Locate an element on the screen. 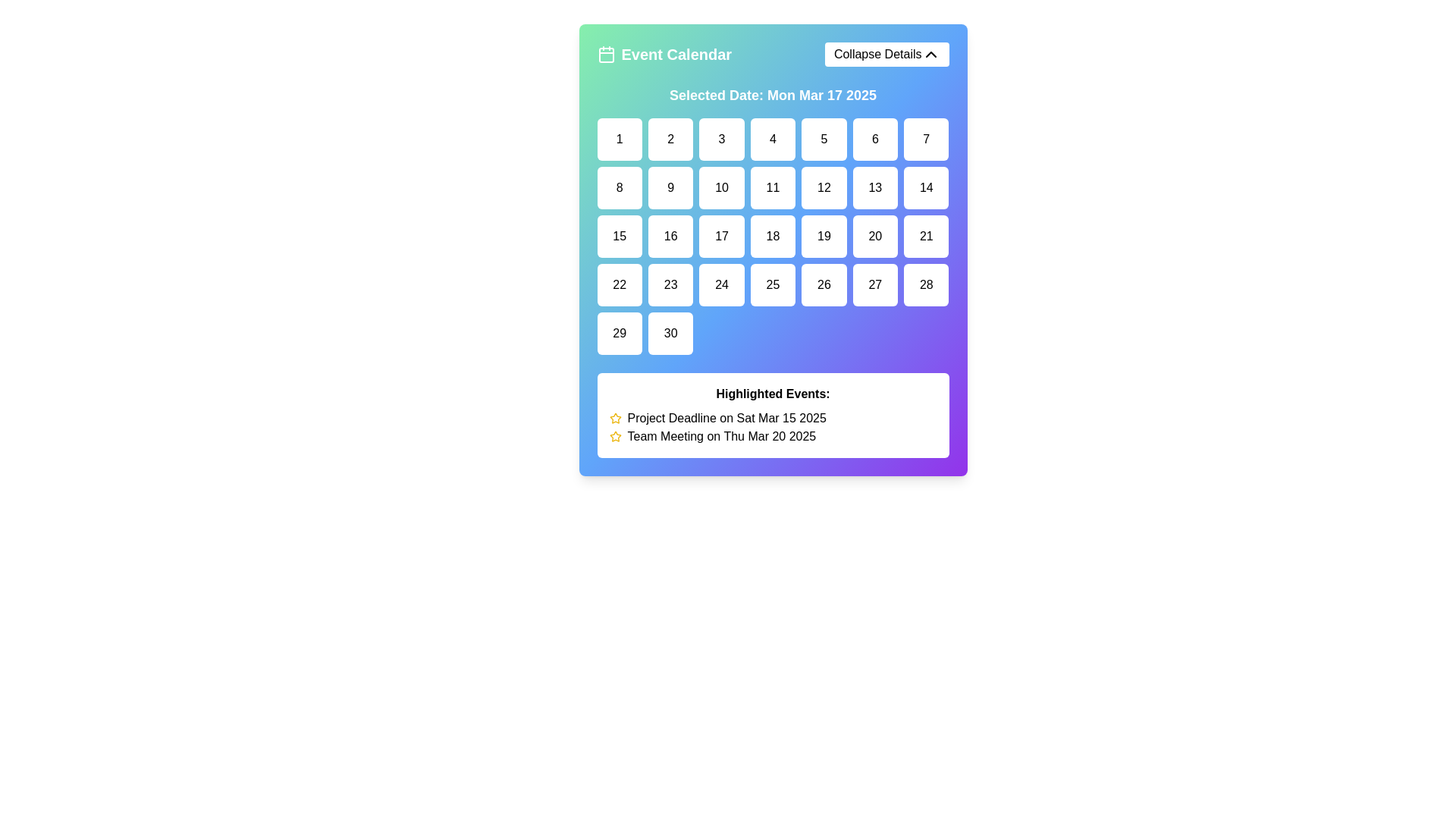  the square-shaped button displaying the number '14' with a white background and black text to interact with the date is located at coordinates (925, 187).